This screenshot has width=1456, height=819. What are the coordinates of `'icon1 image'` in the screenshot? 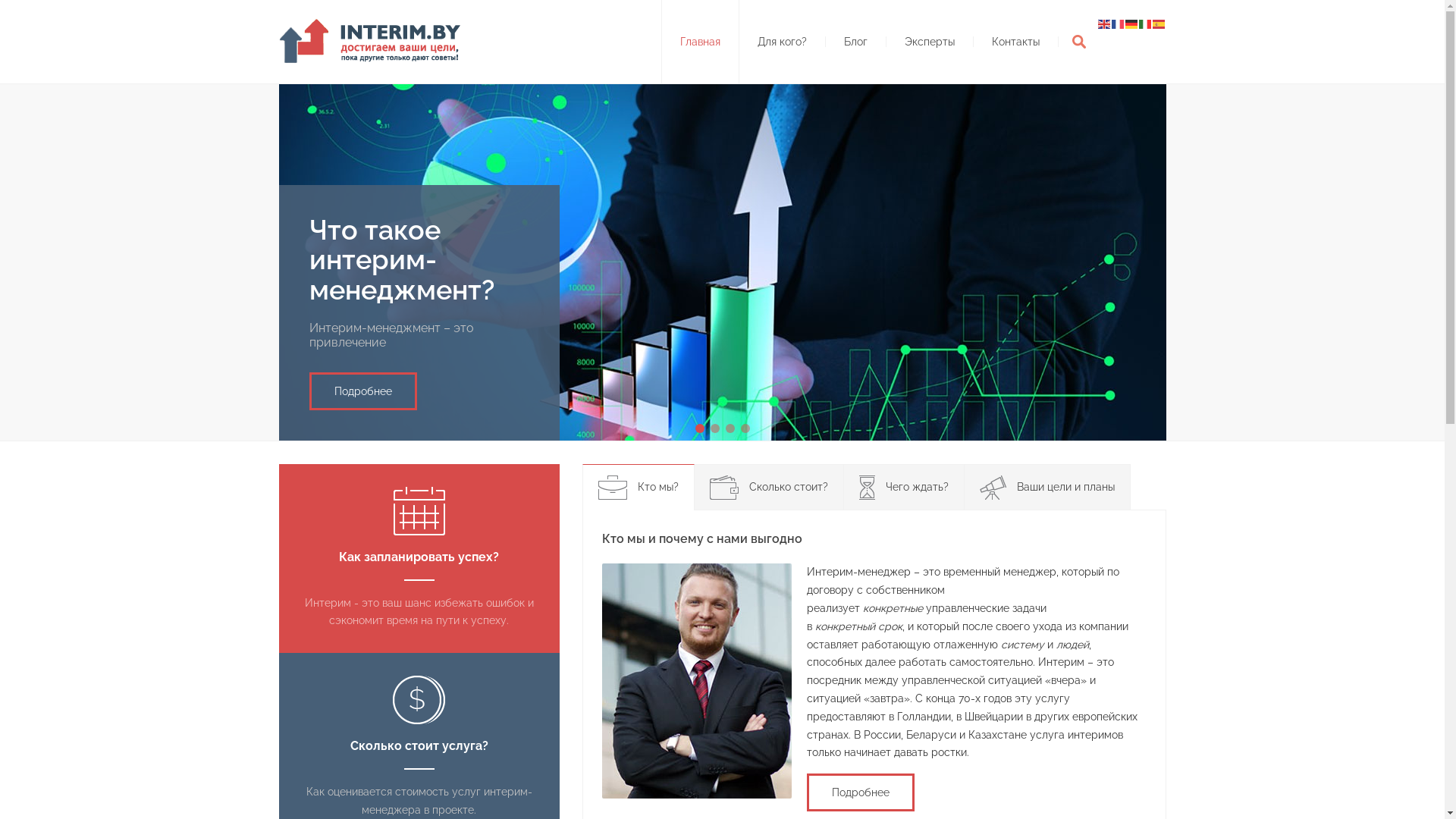 It's located at (393, 511).